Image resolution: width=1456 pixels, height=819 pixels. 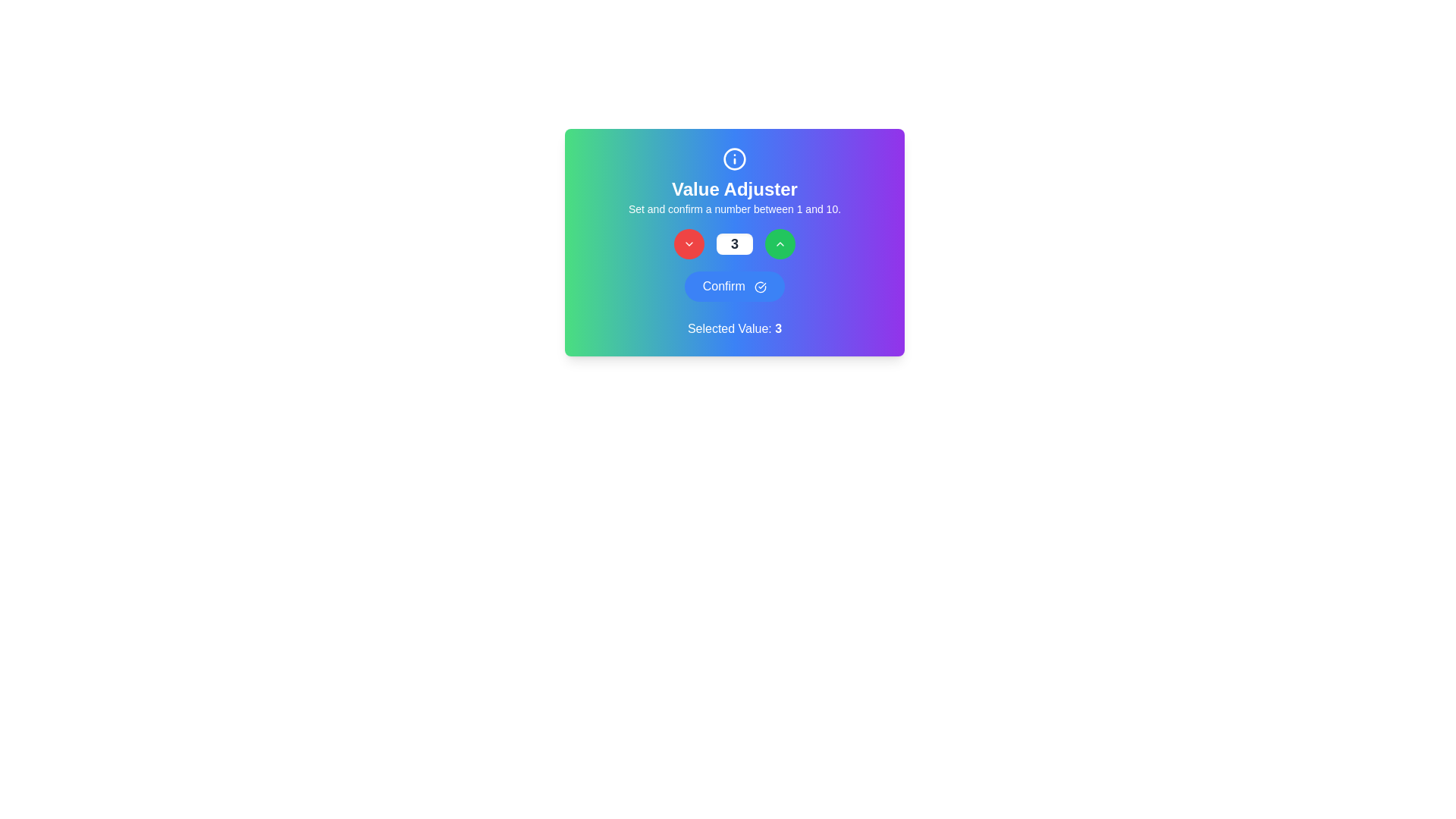 What do you see at coordinates (780, 243) in the screenshot?
I see `the upward-pointing chevron icon styled with a green circular button located on the upper-right side of the number input interface to increment the value` at bounding box center [780, 243].